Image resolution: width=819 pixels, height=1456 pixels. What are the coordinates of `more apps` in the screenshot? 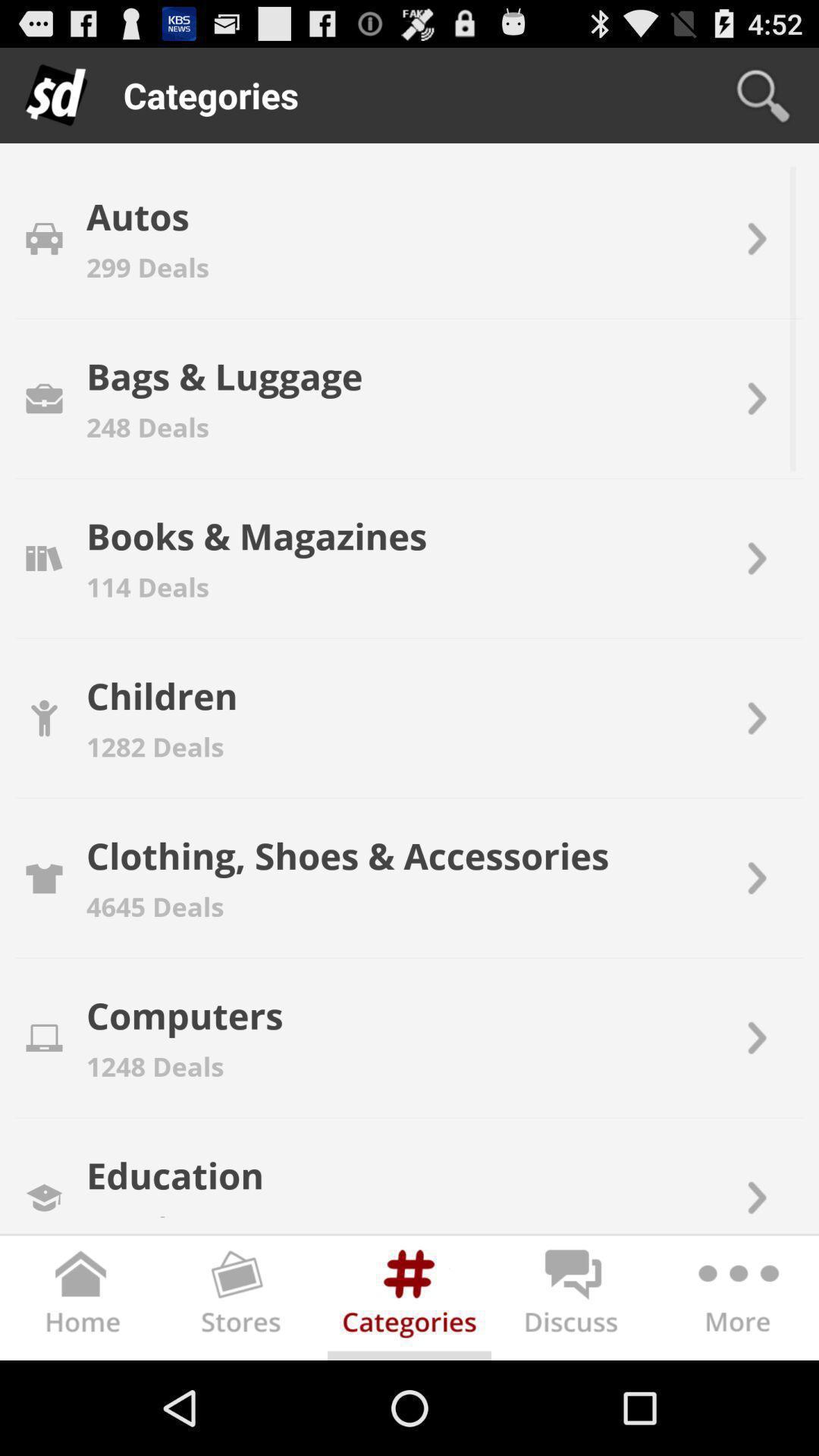 It's located at (736, 1300).